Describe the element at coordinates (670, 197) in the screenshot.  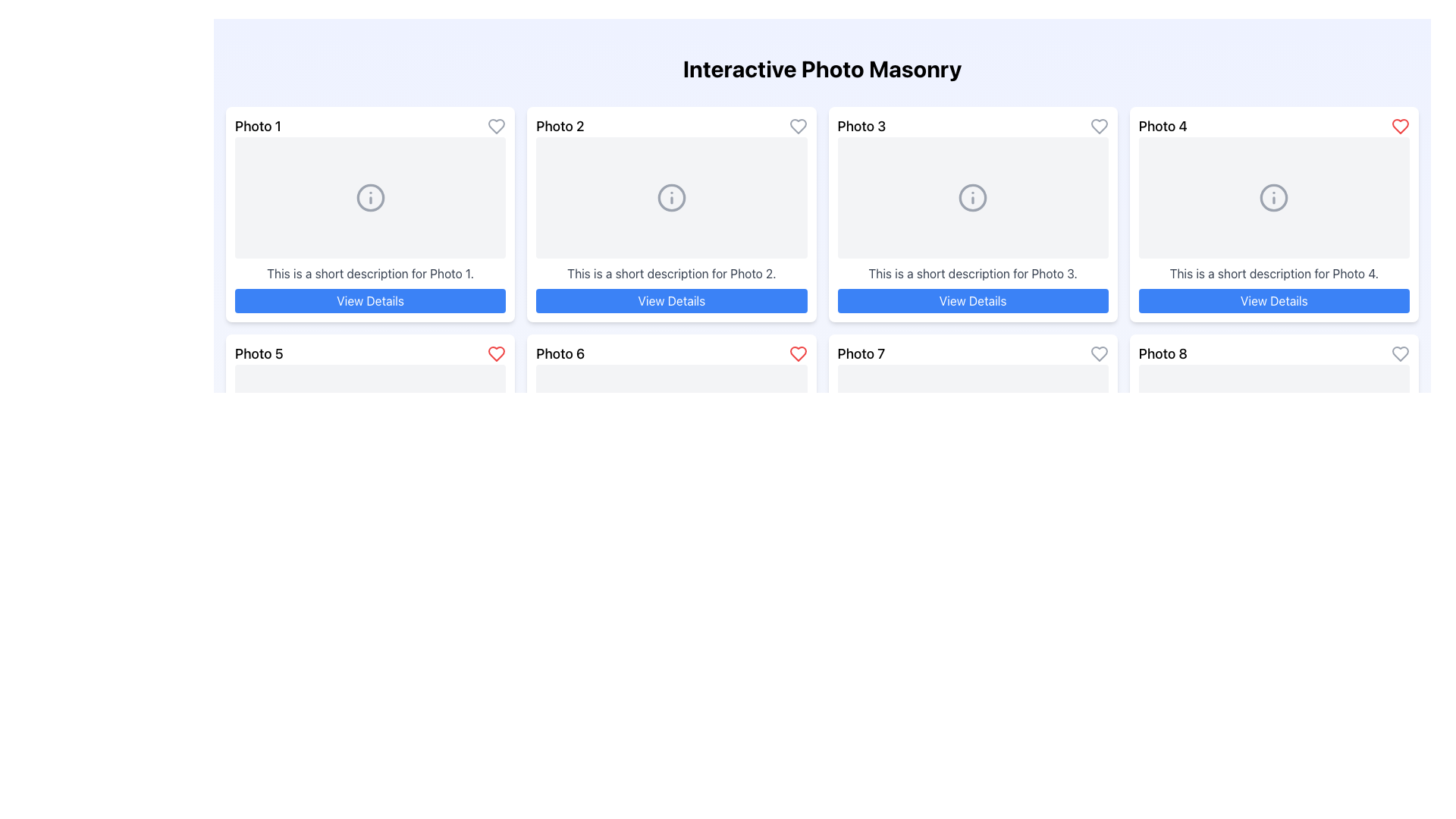
I see `the information icon within the 'Photo 2' card` at that location.